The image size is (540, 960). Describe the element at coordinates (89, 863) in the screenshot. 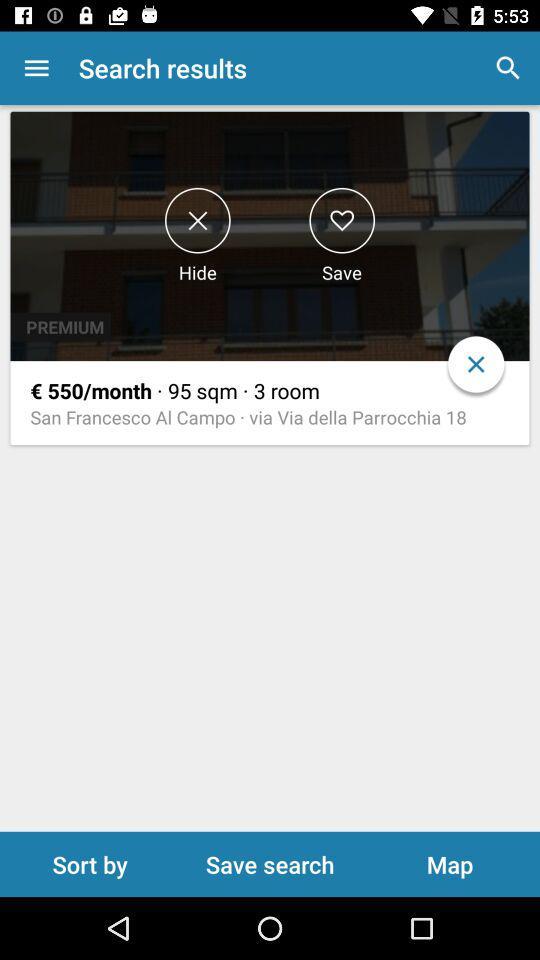

I see `the item at the bottom left corner` at that location.